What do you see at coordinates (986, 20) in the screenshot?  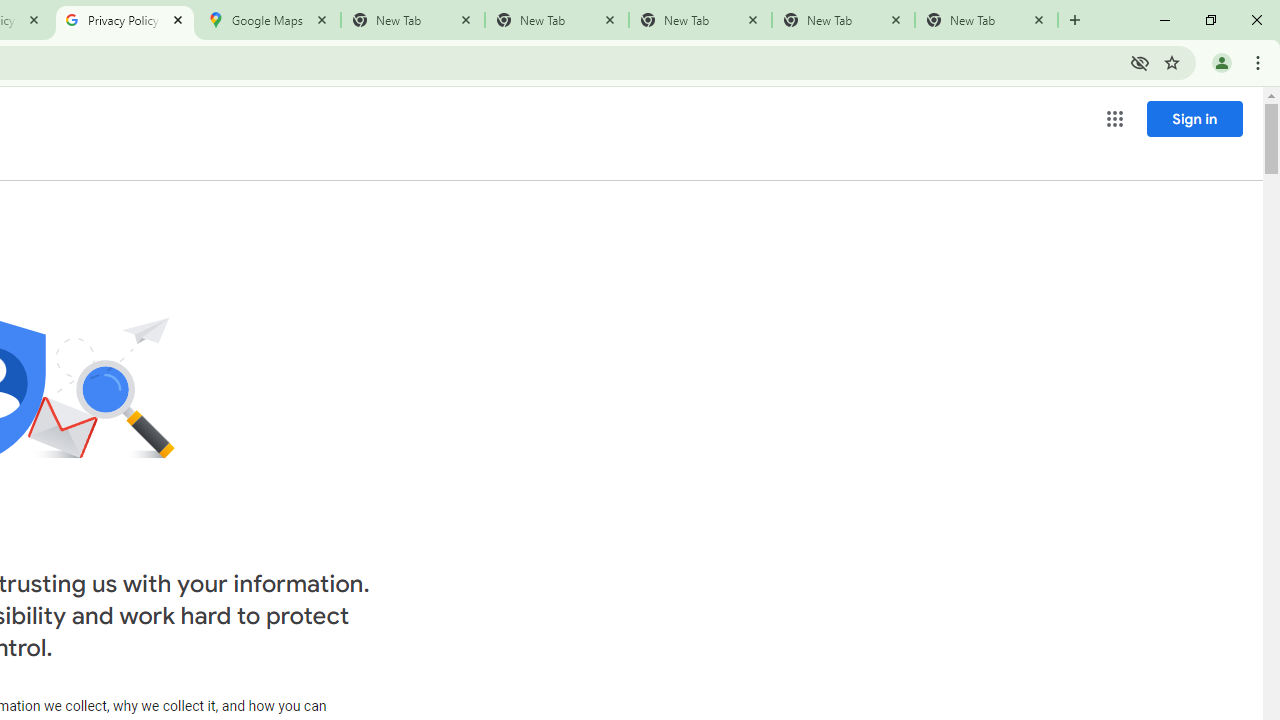 I see `'New Tab'` at bounding box center [986, 20].